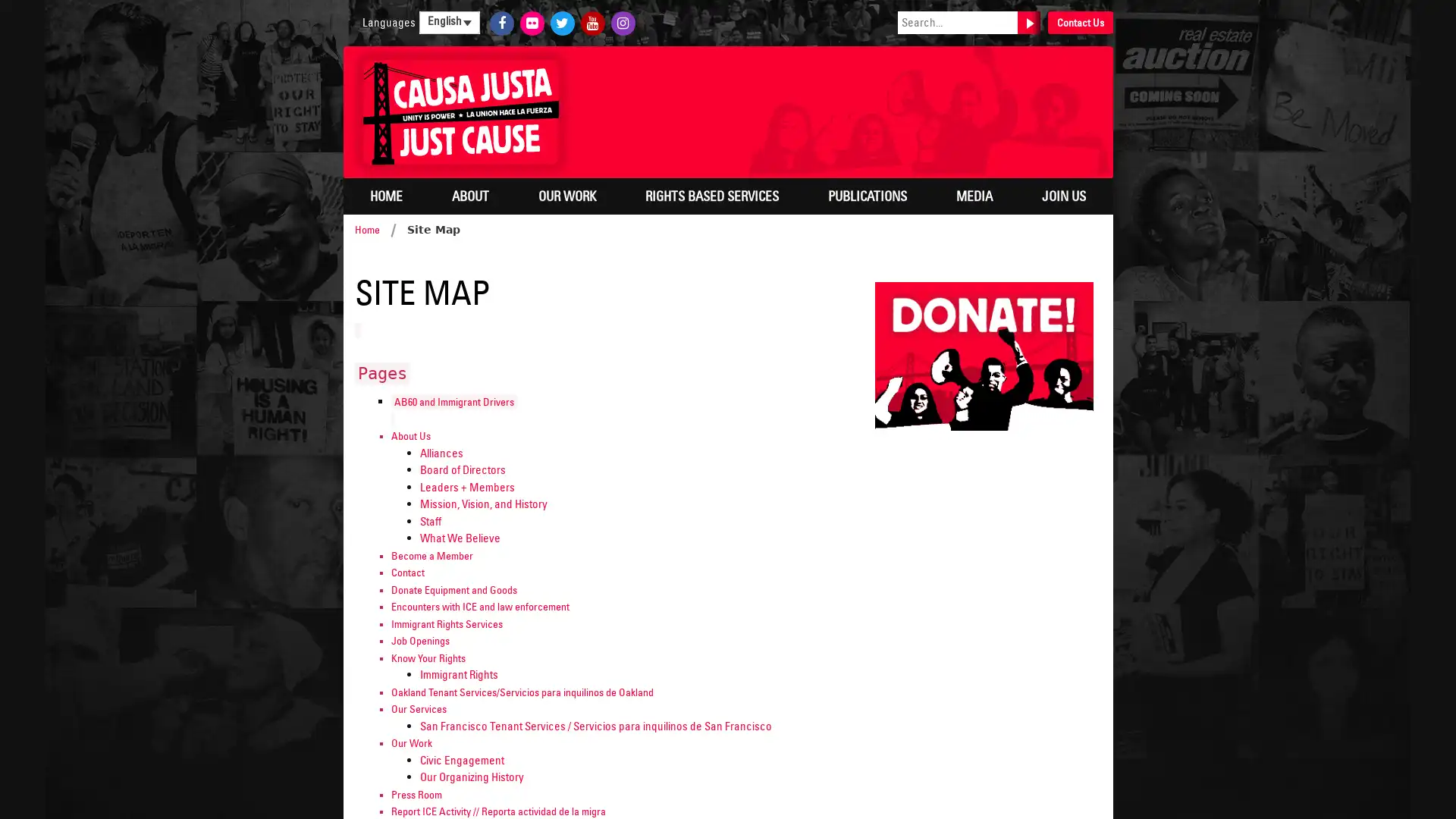 This screenshot has height=819, width=1456. What do you see at coordinates (1079, 23) in the screenshot?
I see `Contact Us` at bounding box center [1079, 23].